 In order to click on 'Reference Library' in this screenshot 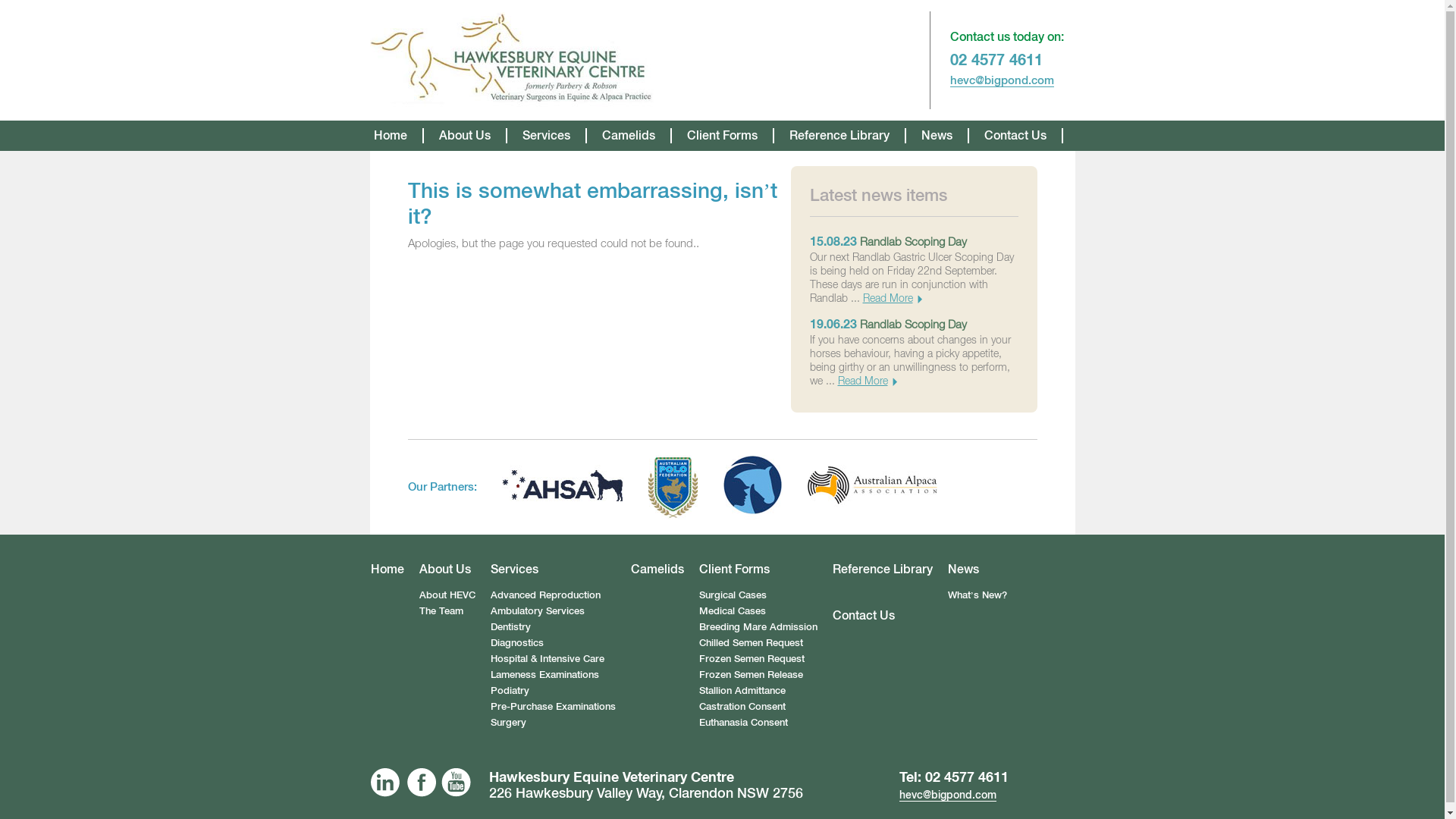, I will do `click(881, 570)`.